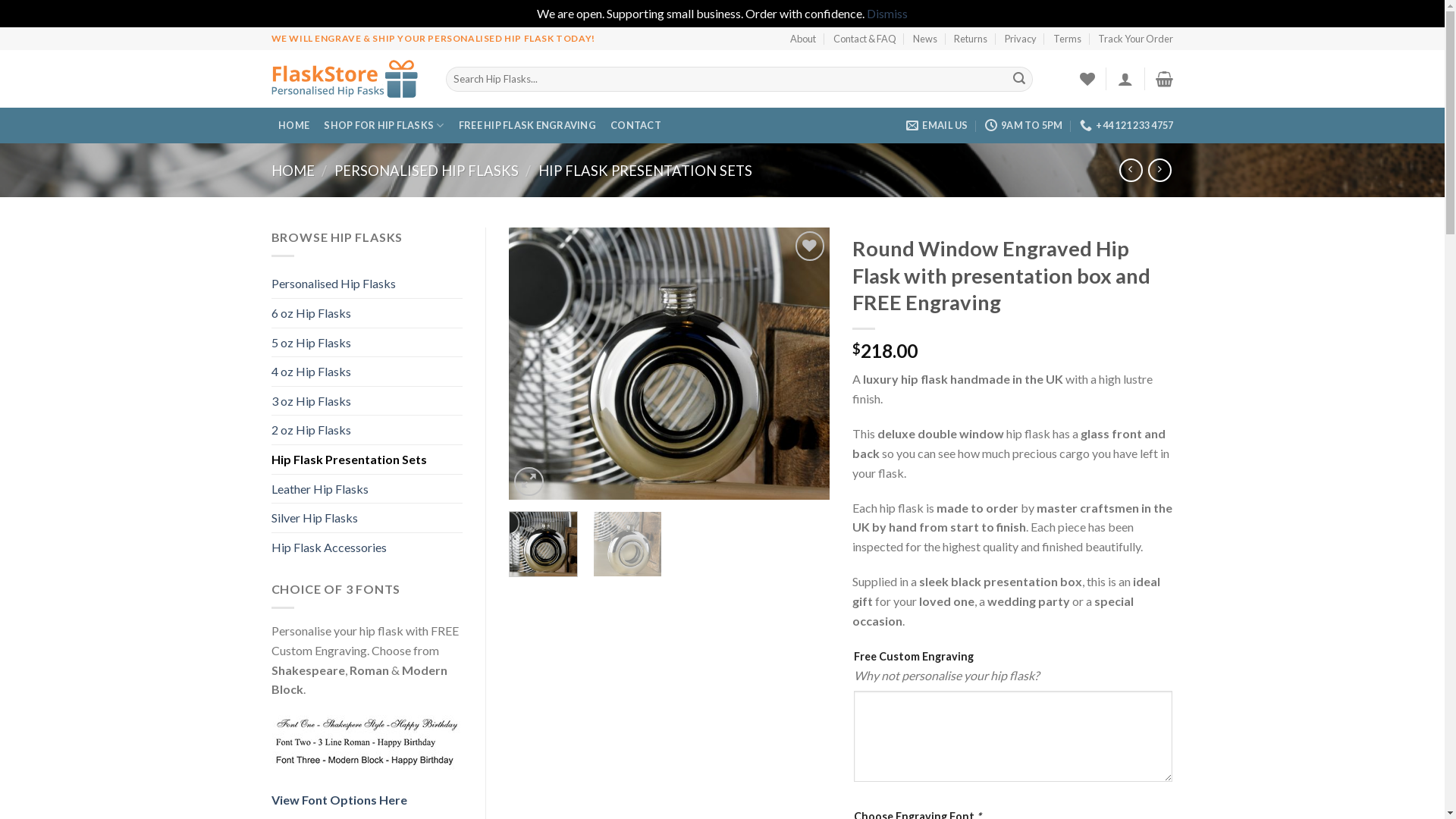 The image size is (1456, 819). What do you see at coordinates (367, 458) in the screenshot?
I see `'Hip Flask Presentation Sets'` at bounding box center [367, 458].